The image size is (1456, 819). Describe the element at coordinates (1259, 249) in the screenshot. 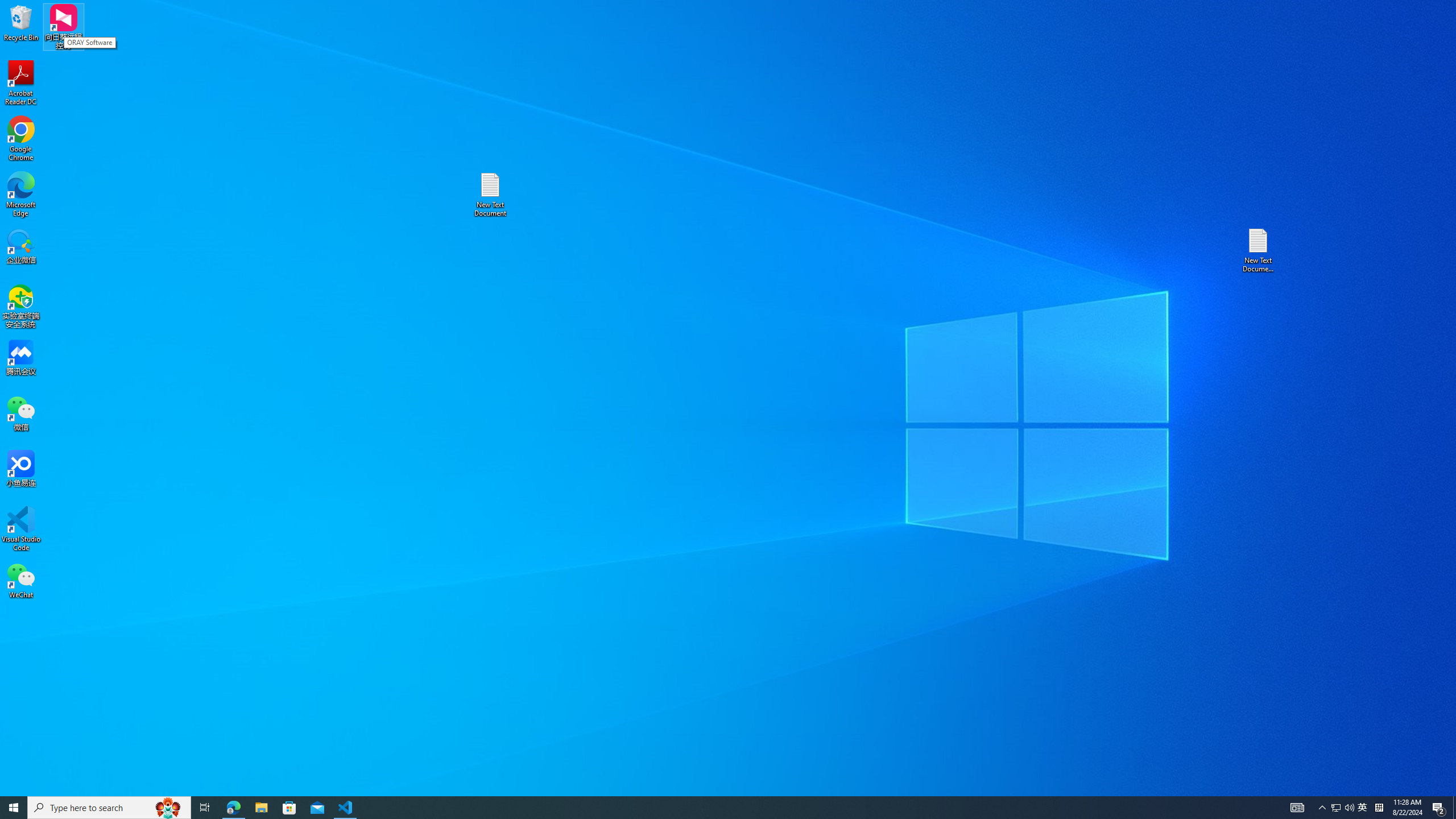

I see `'New Text Document (2)'` at that location.